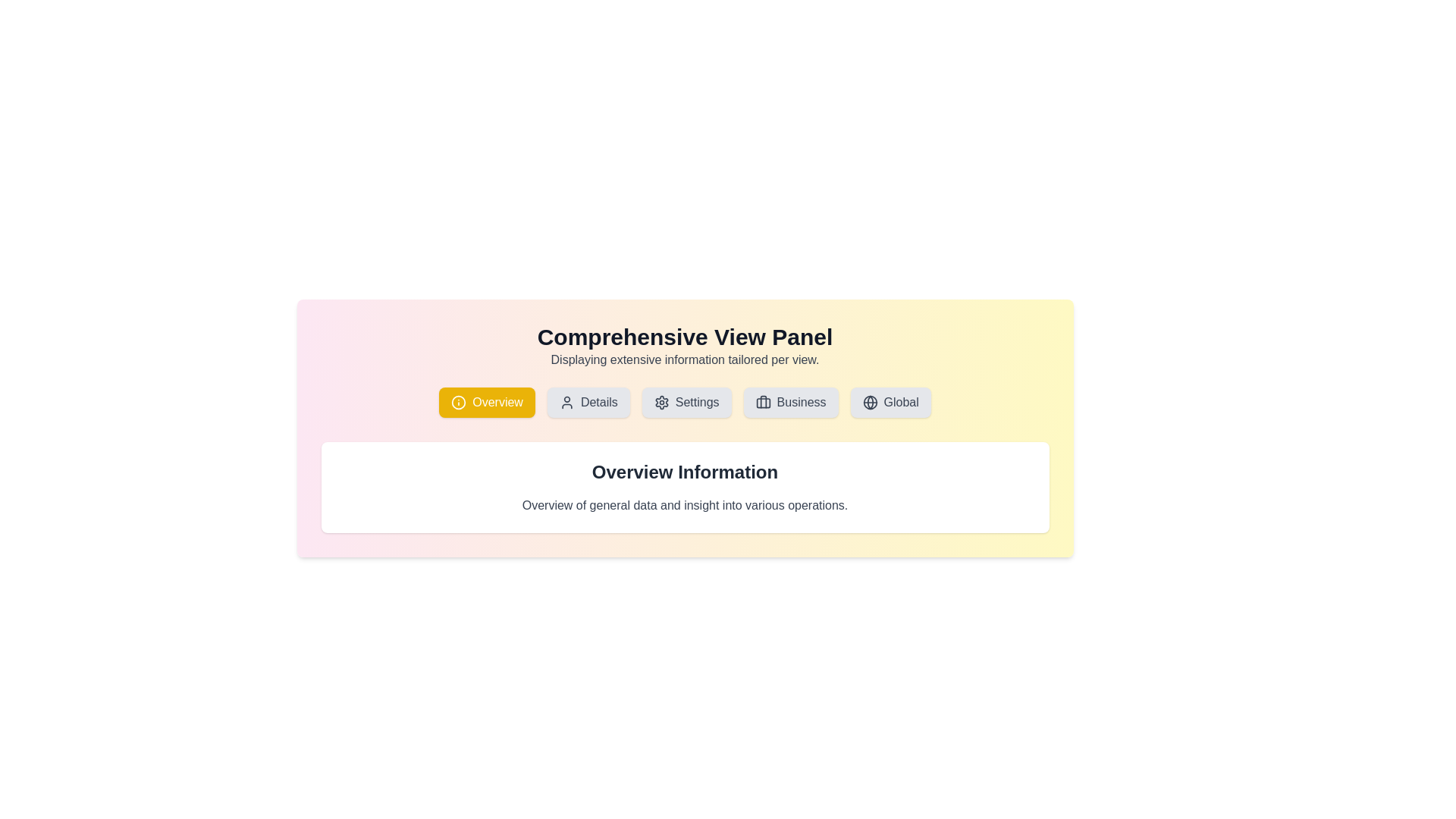  I want to click on the inner rectangle of the briefcase icon in the navigation bar associated with the 'Business' feature, so click(763, 402).